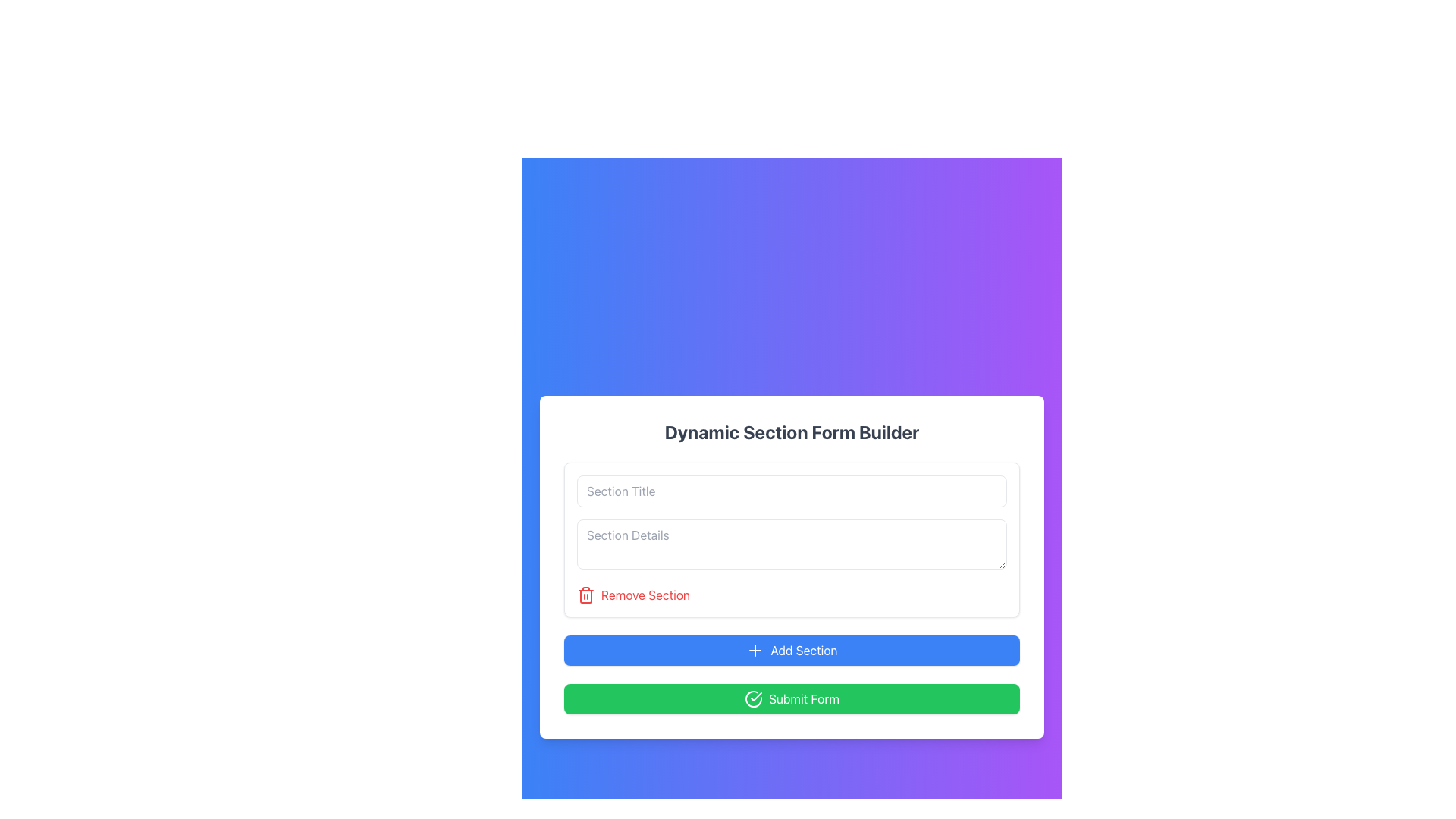  Describe the element at coordinates (755, 649) in the screenshot. I see `the small, cross-shaped '+' icon located to the left of the 'Add Section' button, which enhances the button's functionality` at that location.